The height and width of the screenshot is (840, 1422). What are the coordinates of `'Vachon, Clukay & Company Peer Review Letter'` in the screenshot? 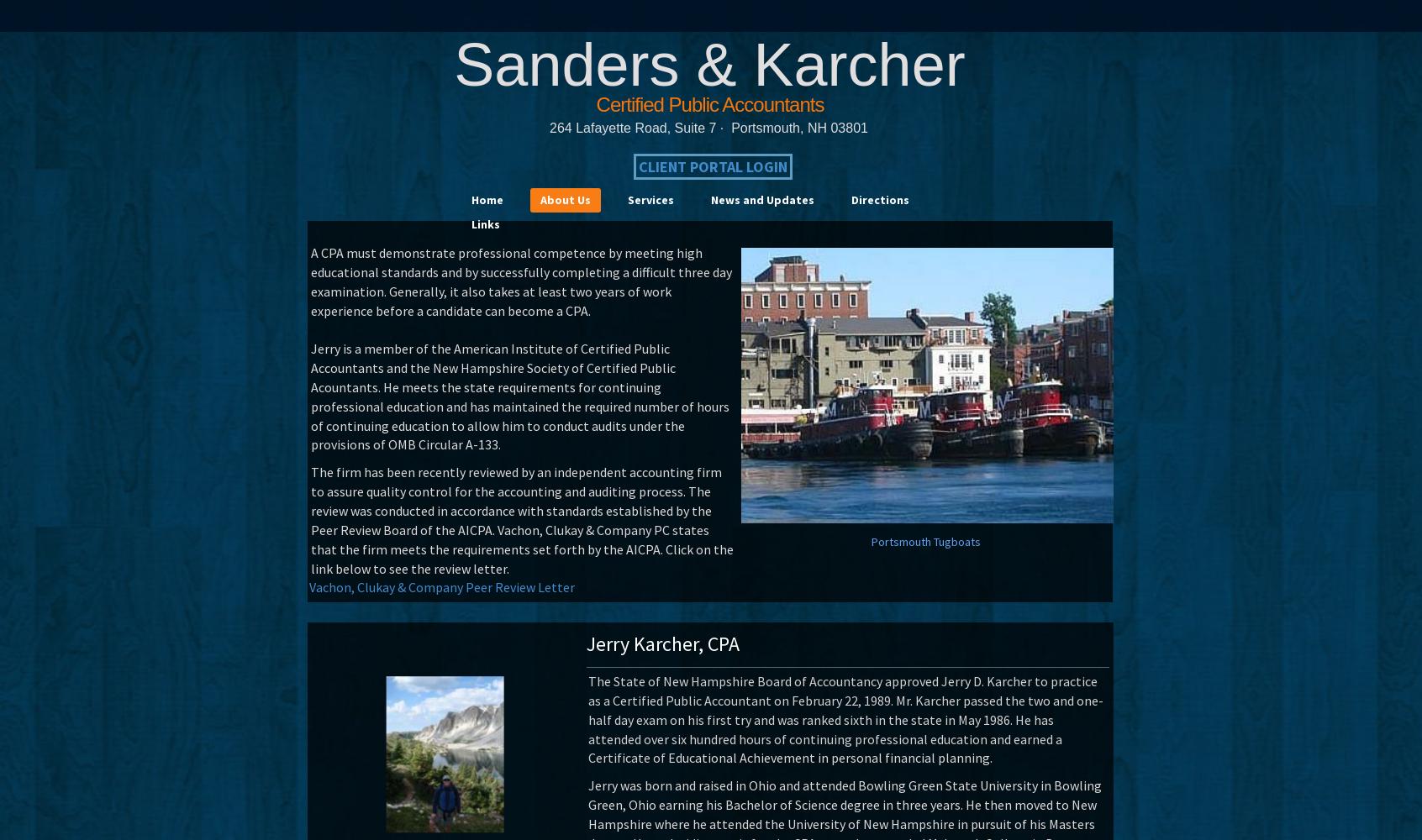 It's located at (441, 586).